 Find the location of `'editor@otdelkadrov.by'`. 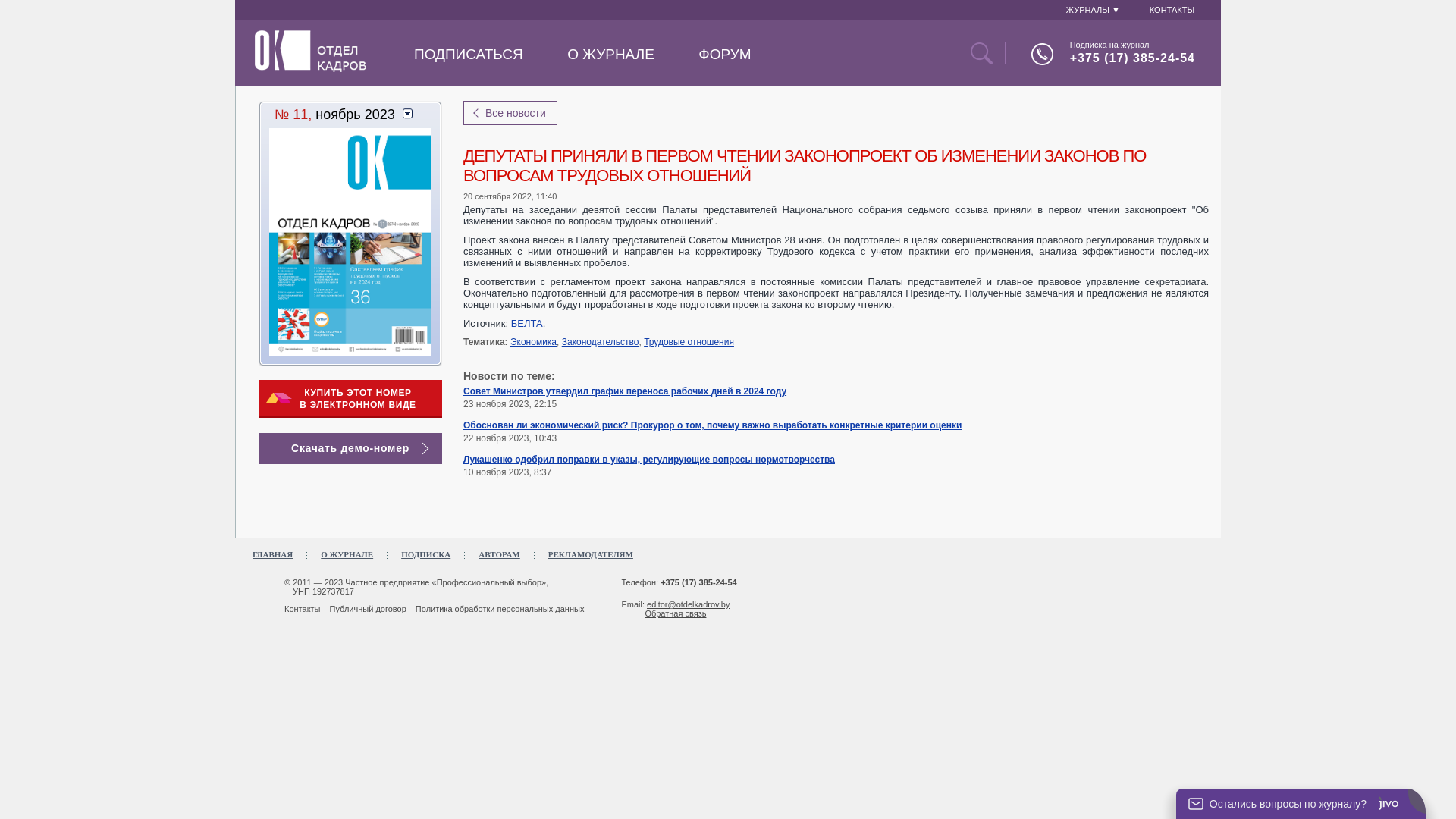

'editor@otdelkadrov.by' is located at coordinates (687, 604).